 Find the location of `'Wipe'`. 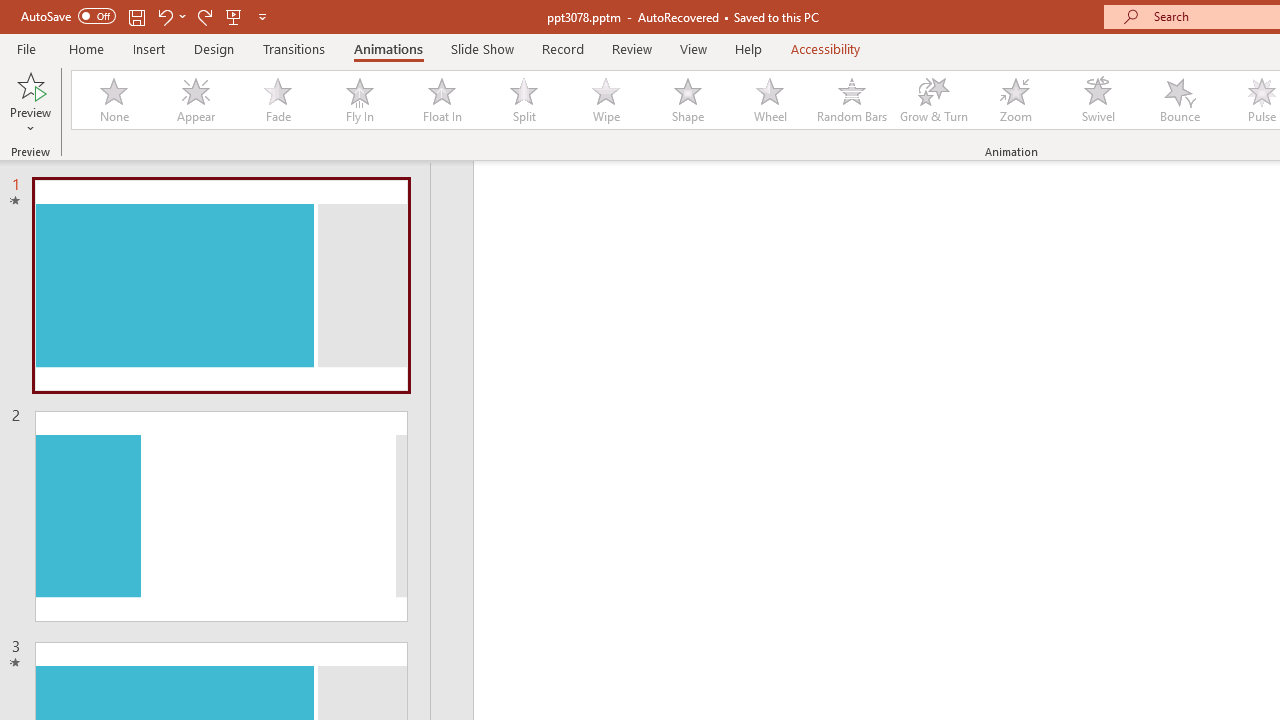

'Wipe' is located at coordinates (604, 100).